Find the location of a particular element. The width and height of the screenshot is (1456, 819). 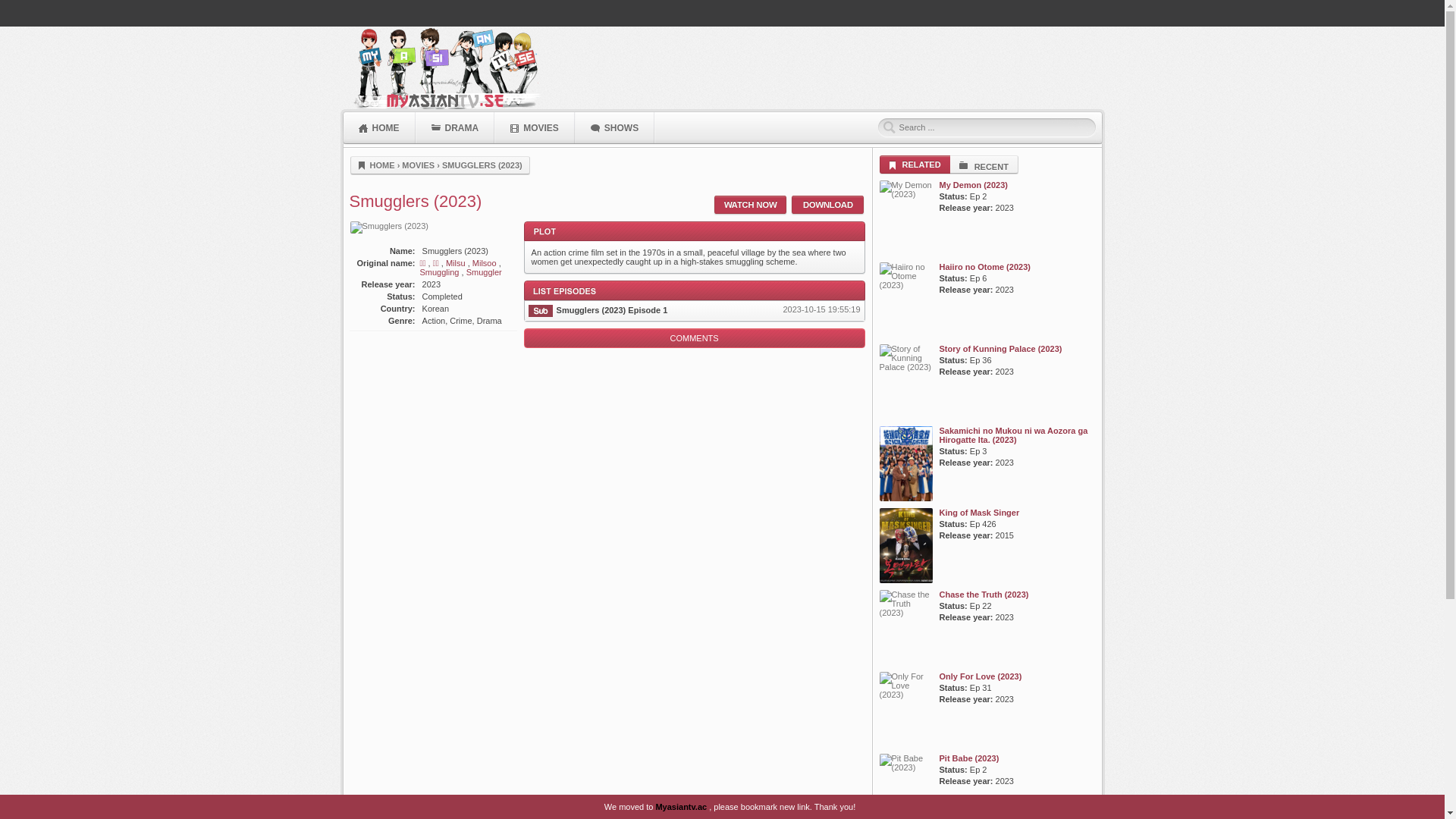

'Only For Love (2023)' is located at coordinates (980, 675).